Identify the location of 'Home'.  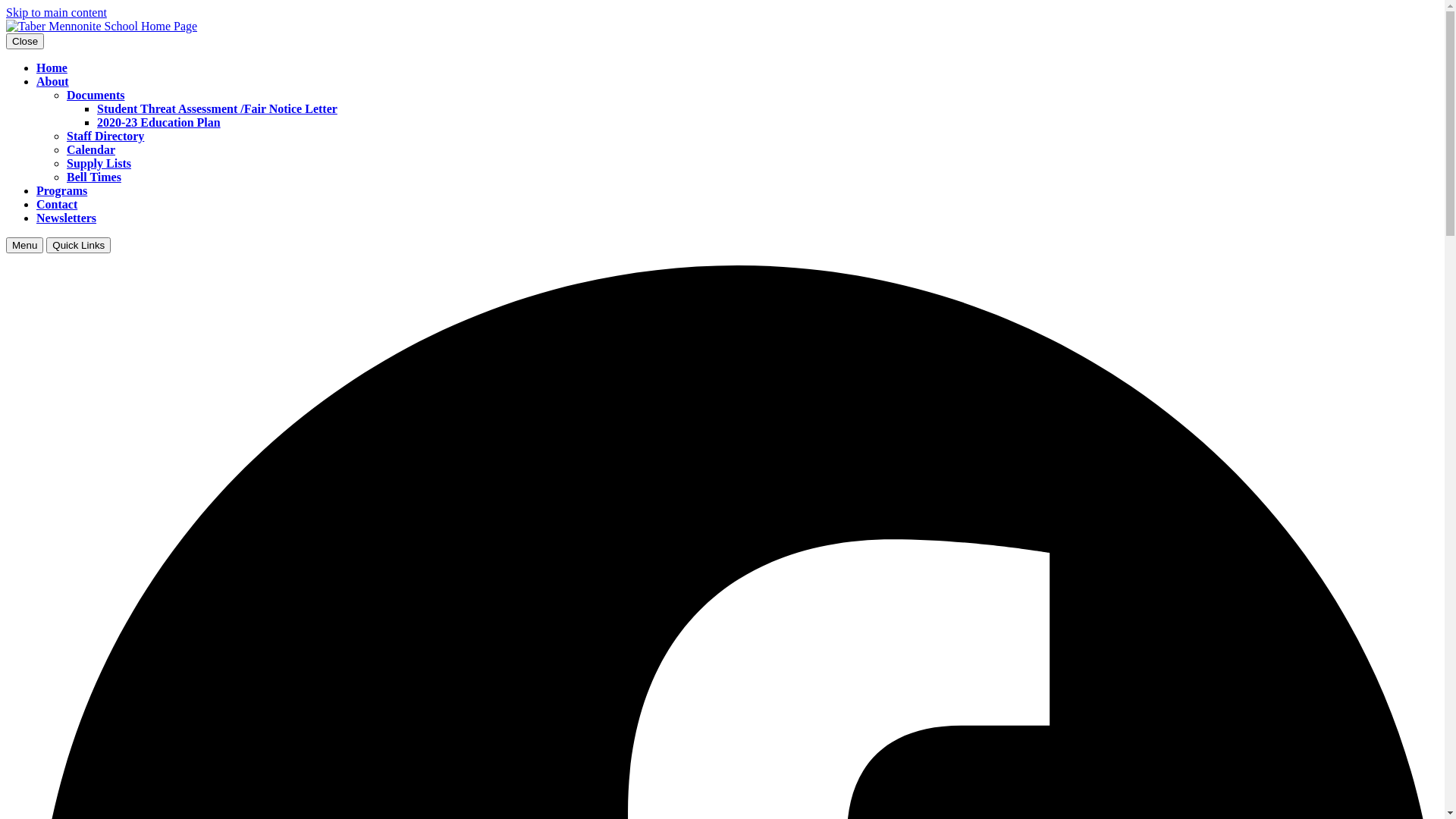
(52, 67).